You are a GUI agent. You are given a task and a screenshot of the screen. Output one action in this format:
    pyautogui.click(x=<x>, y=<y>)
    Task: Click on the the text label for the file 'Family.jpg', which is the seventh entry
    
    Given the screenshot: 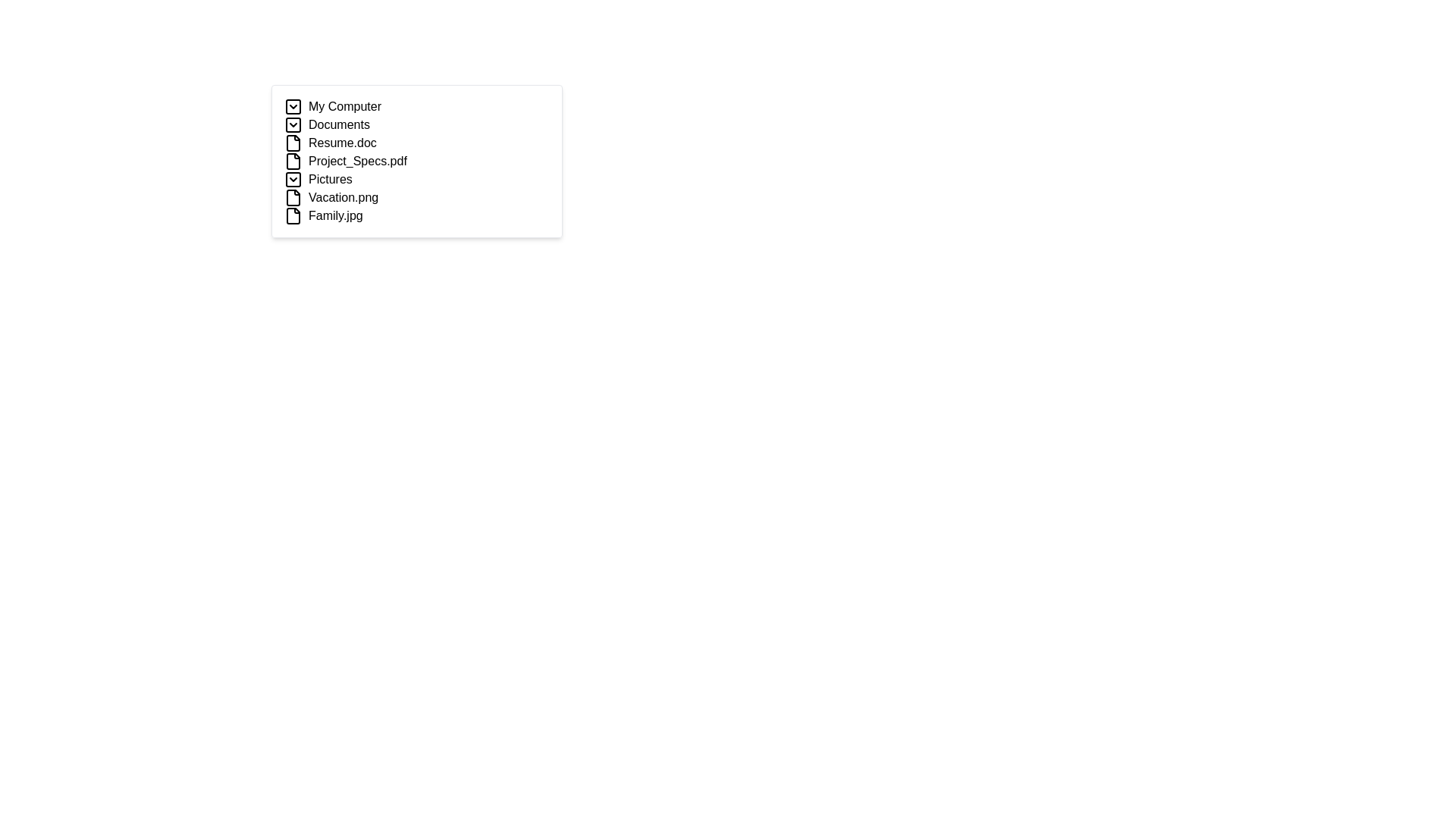 What is the action you would take?
    pyautogui.click(x=334, y=216)
    